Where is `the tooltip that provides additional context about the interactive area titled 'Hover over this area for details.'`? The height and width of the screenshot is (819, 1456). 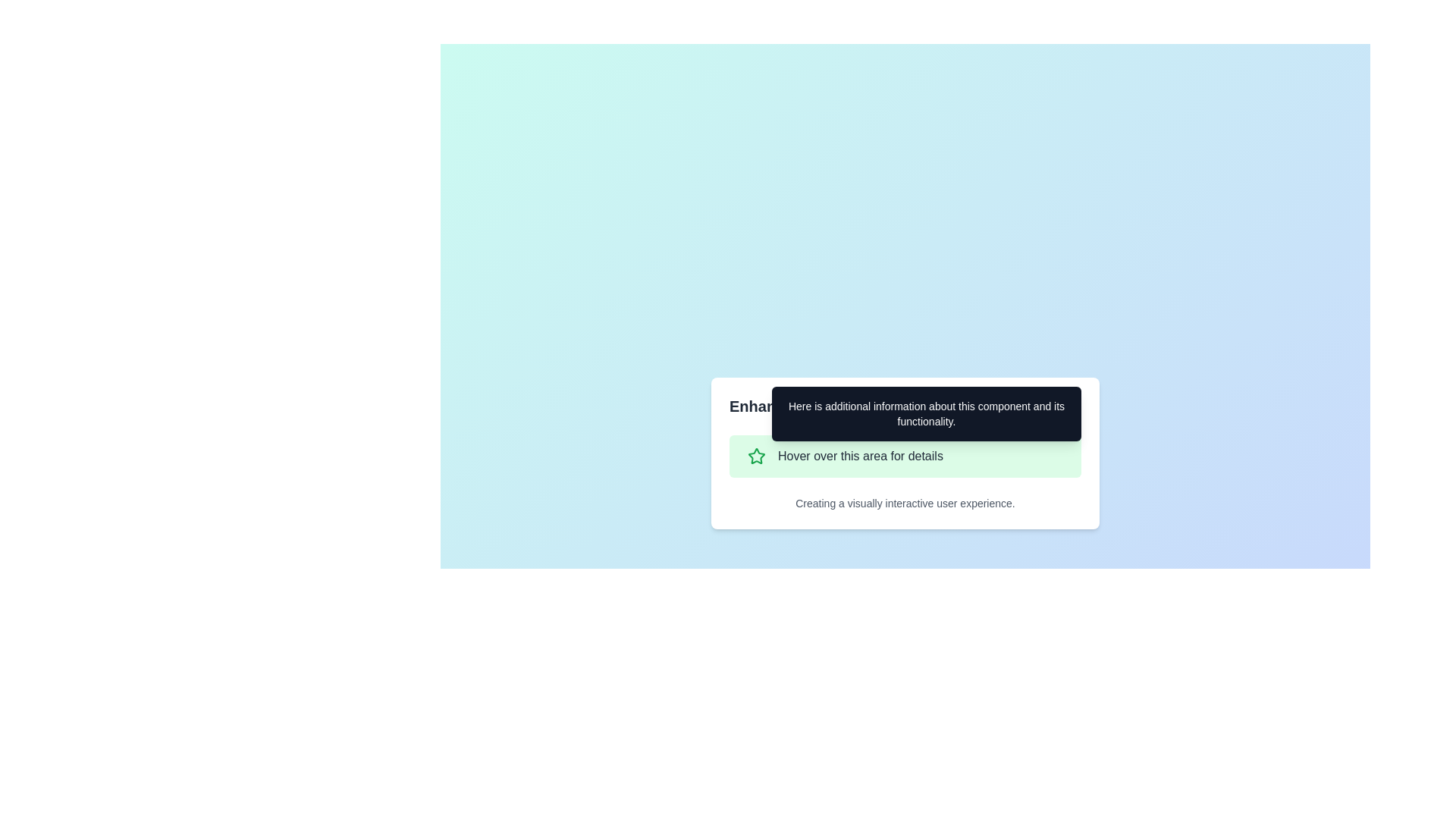 the tooltip that provides additional context about the interactive area titled 'Hover over this area for details.' is located at coordinates (926, 414).